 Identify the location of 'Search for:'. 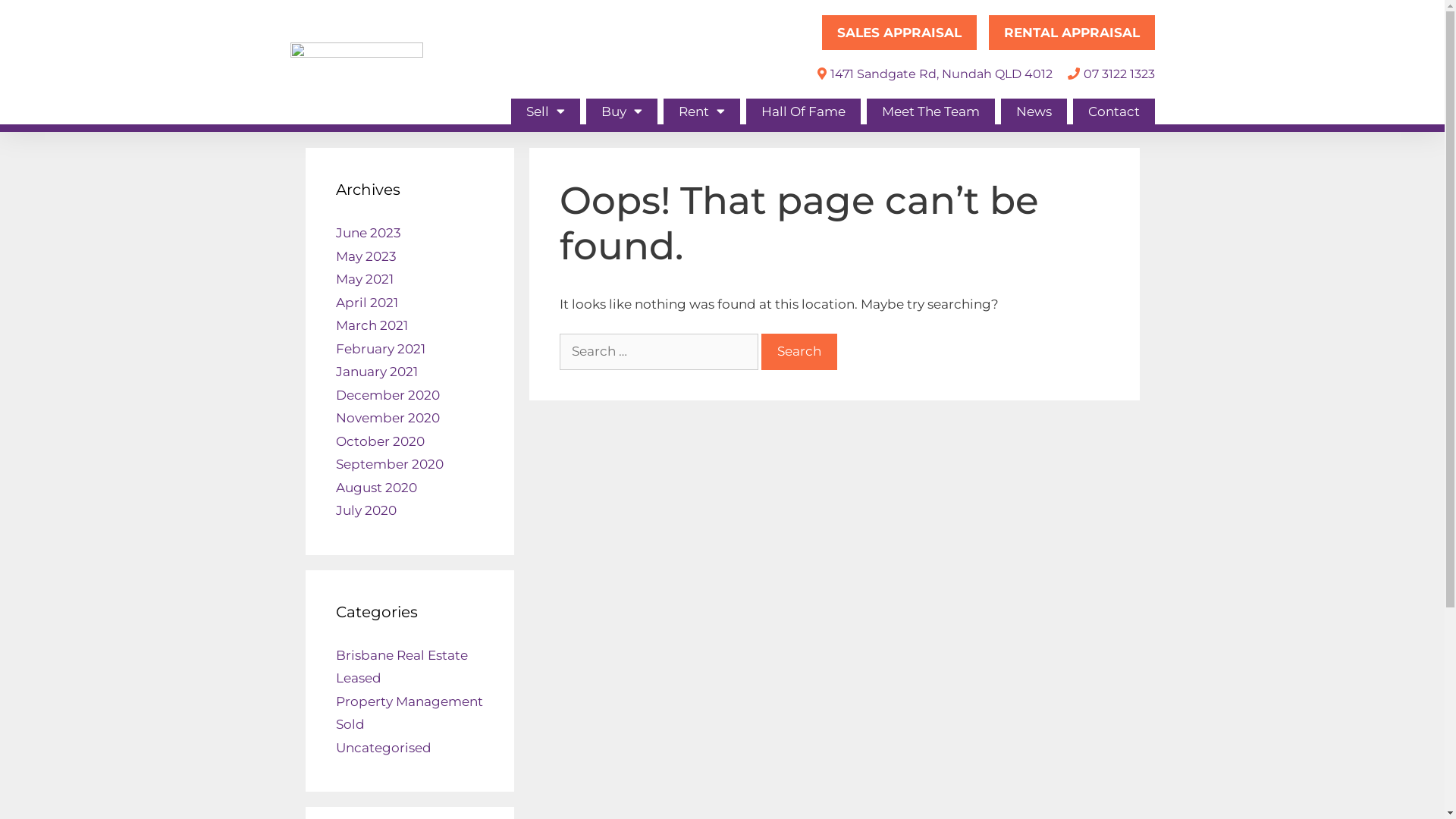
(658, 351).